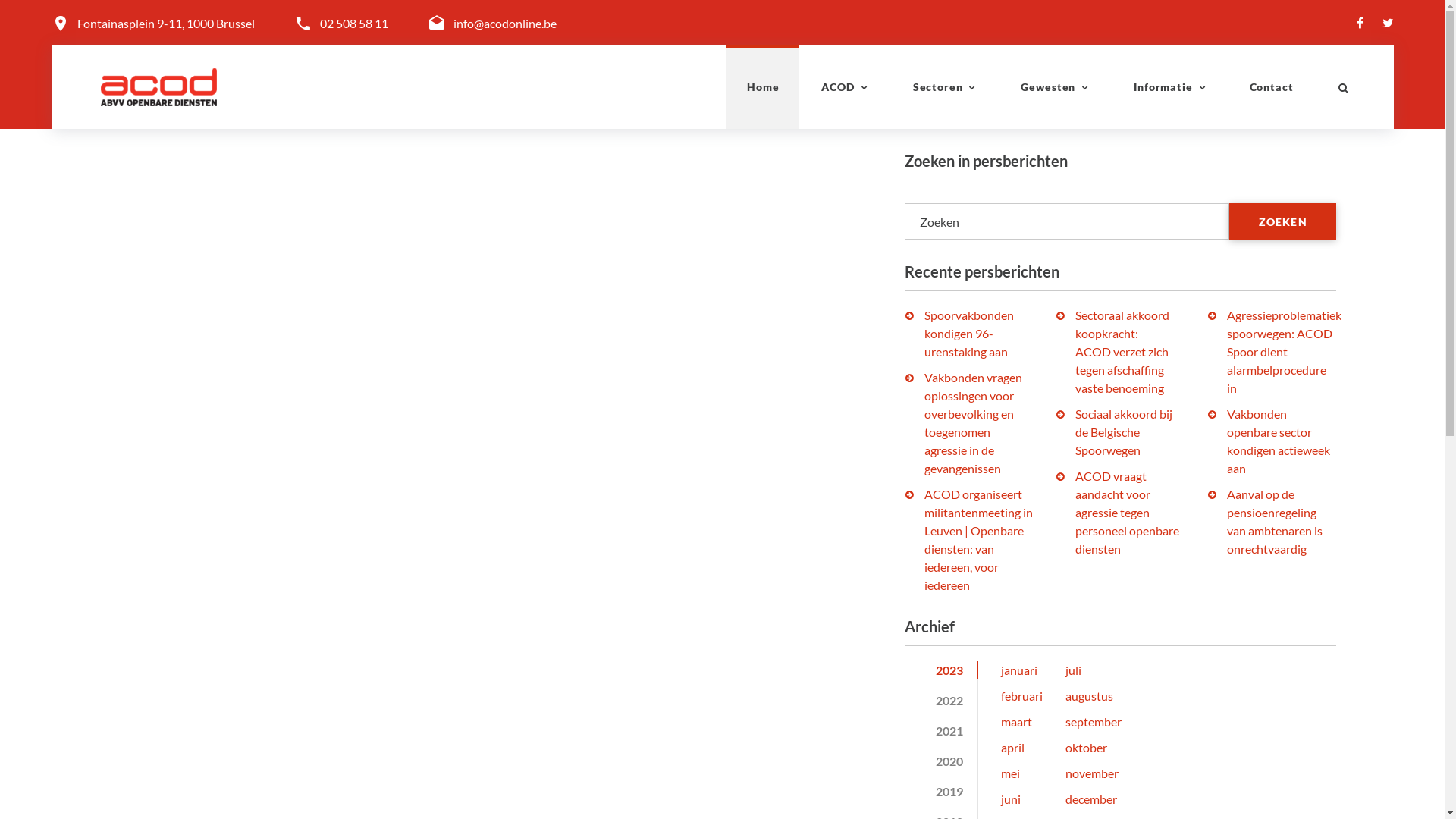 The width and height of the screenshot is (1456, 819). Describe the element at coordinates (353, 23) in the screenshot. I see `'02 508 58 11'` at that location.